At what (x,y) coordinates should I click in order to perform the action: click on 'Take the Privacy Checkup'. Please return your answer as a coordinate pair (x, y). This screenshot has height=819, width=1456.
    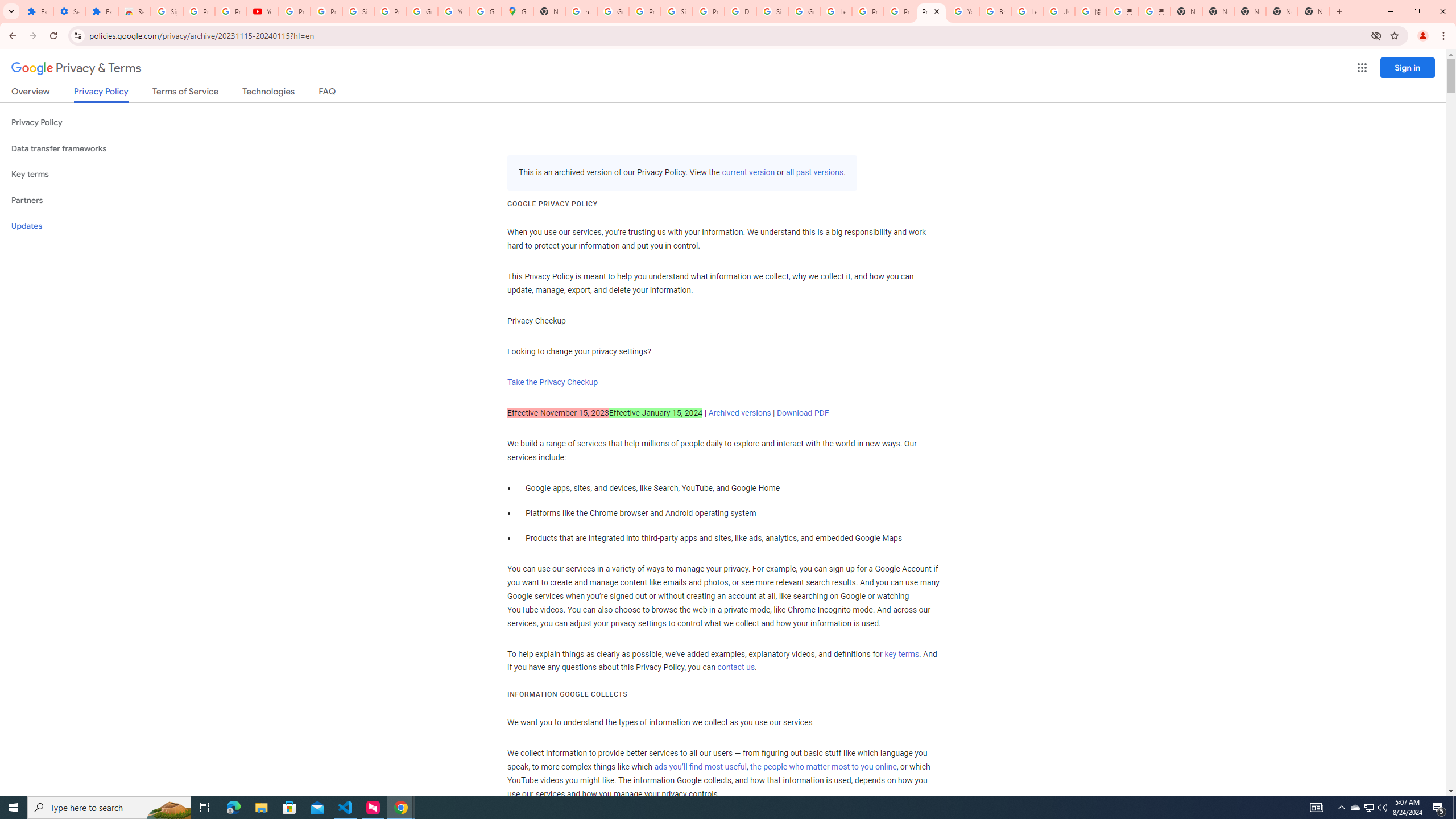
    Looking at the image, I should click on (552, 381).